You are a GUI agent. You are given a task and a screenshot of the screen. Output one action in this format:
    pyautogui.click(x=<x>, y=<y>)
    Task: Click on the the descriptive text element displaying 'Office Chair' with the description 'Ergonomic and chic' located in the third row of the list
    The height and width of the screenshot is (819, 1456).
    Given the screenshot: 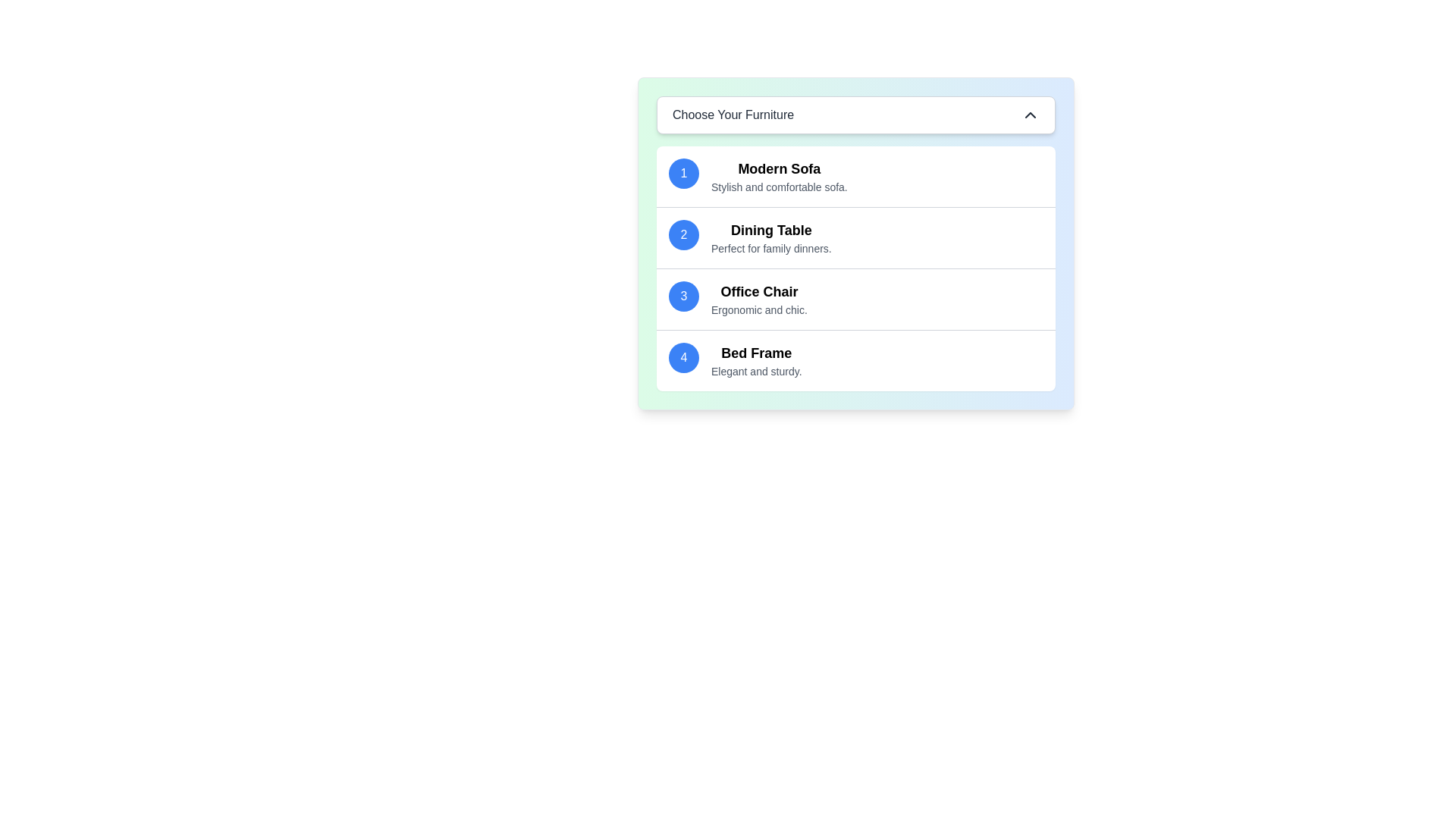 What is the action you would take?
    pyautogui.click(x=759, y=299)
    